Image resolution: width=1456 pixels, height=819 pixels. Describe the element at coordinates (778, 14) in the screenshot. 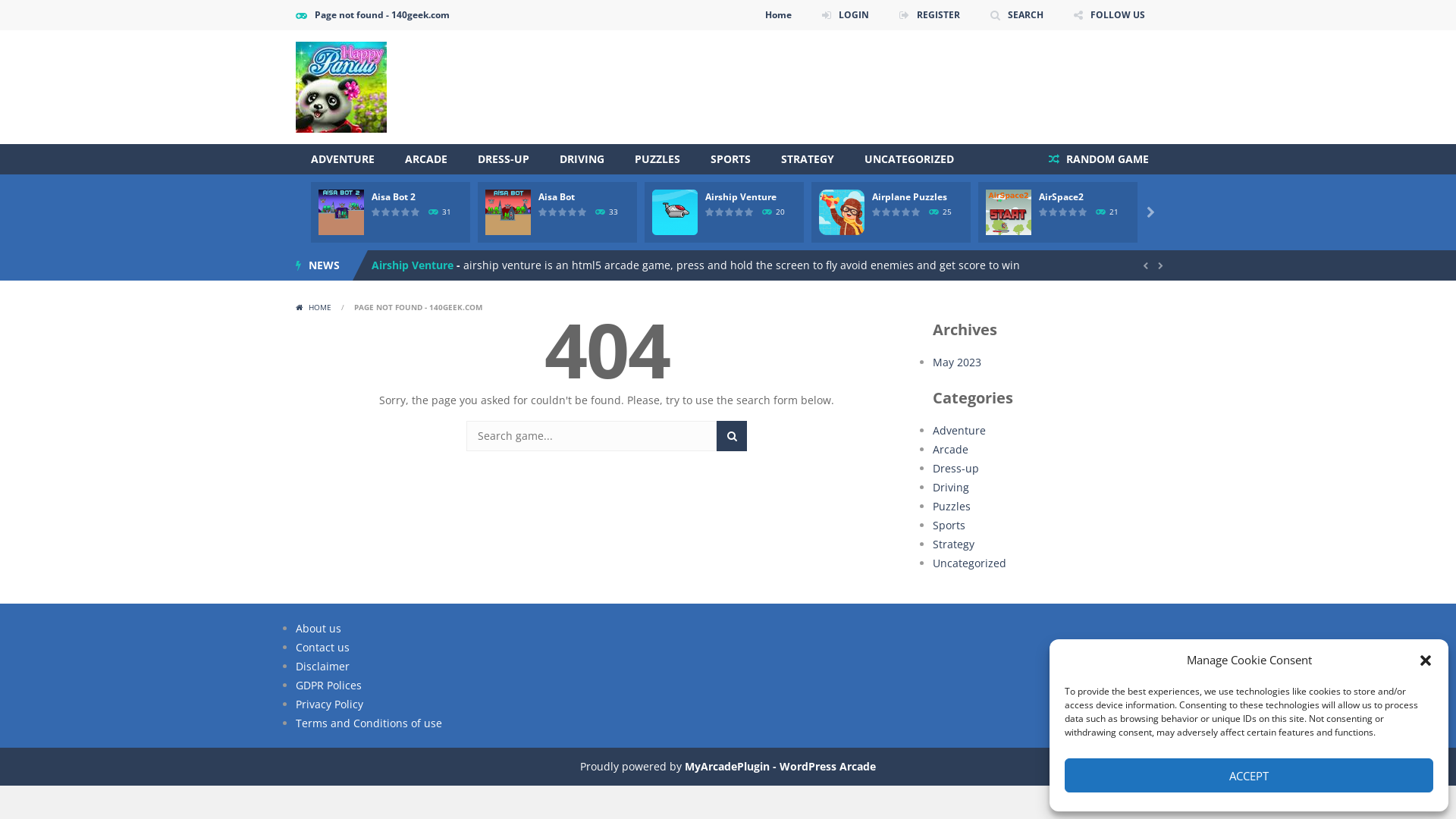

I see `'Home'` at that location.